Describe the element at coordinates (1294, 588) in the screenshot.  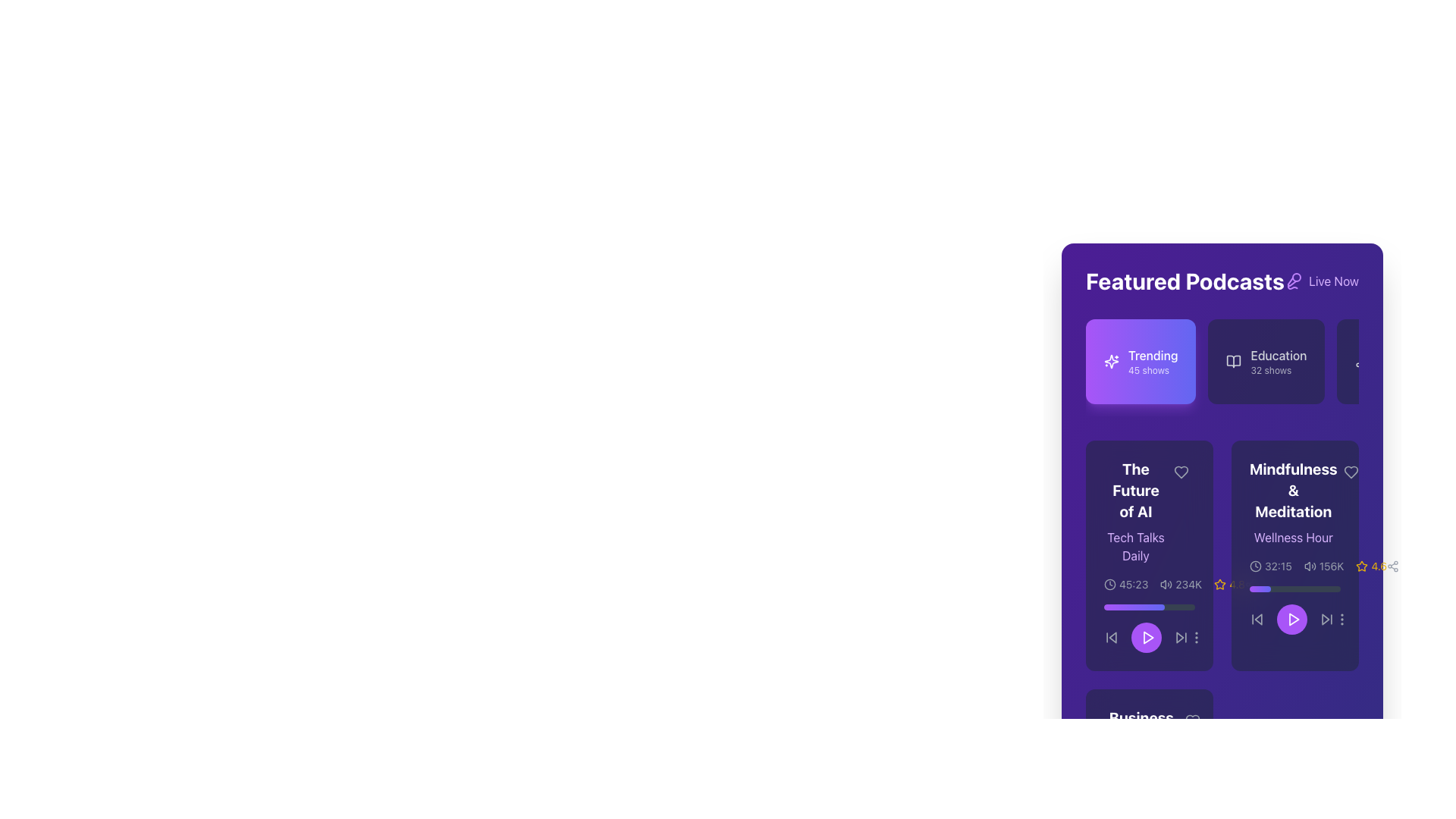
I see `the thin rectangular progress bar with rounded edges and a gray background located in the 'Mindfulness & Meditation' section, beneath the podcast title, to change the progress` at that location.